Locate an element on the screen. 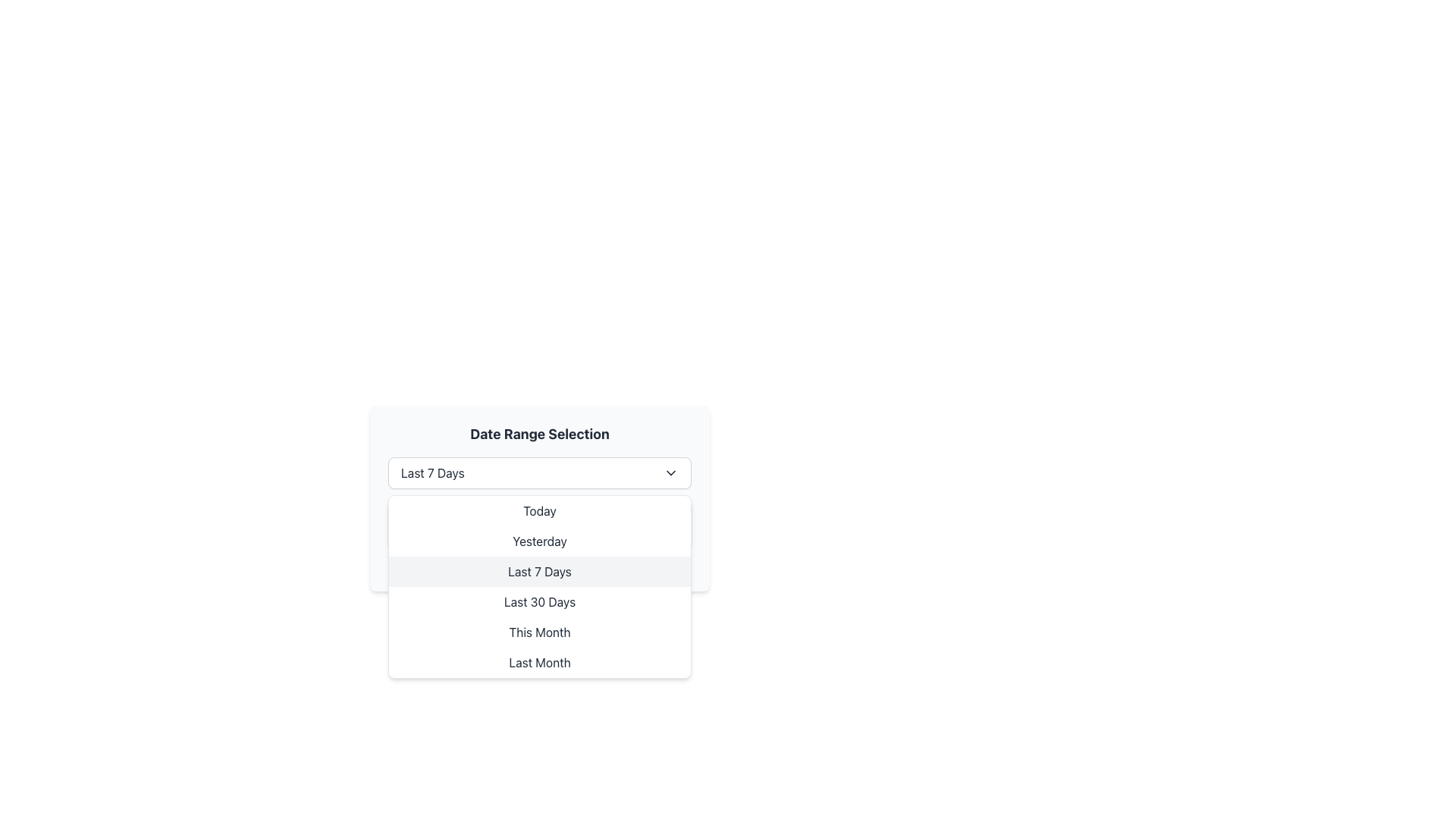  the third option in the dropdown menu located below the 'Last 7 Days' dropdown control is located at coordinates (539, 586).